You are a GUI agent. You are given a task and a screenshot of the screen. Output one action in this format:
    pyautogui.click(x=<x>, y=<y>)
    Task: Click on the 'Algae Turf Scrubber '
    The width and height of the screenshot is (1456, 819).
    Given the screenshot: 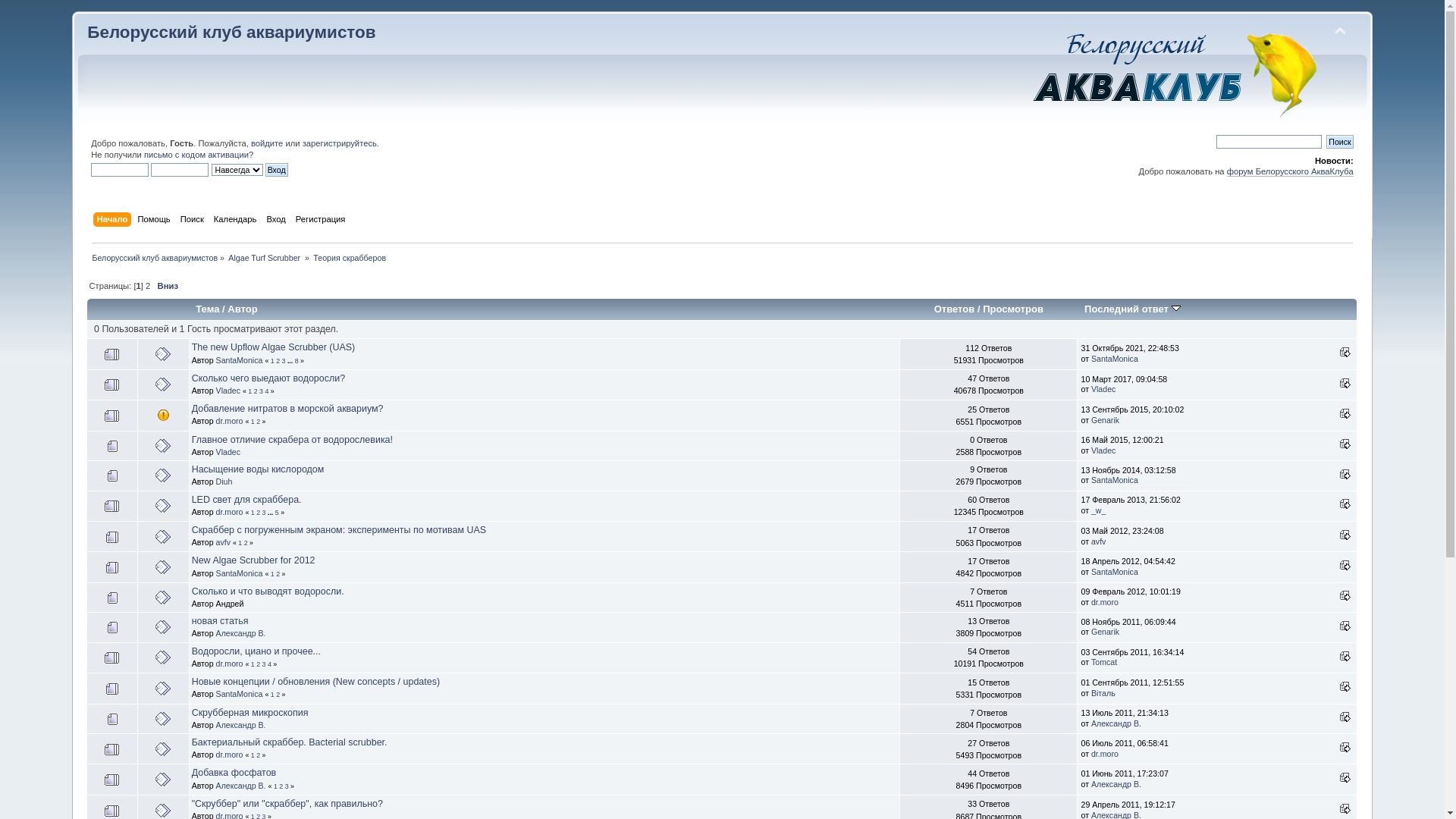 What is the action you would take?
    pyautogui.click(x=227, y=256)
    